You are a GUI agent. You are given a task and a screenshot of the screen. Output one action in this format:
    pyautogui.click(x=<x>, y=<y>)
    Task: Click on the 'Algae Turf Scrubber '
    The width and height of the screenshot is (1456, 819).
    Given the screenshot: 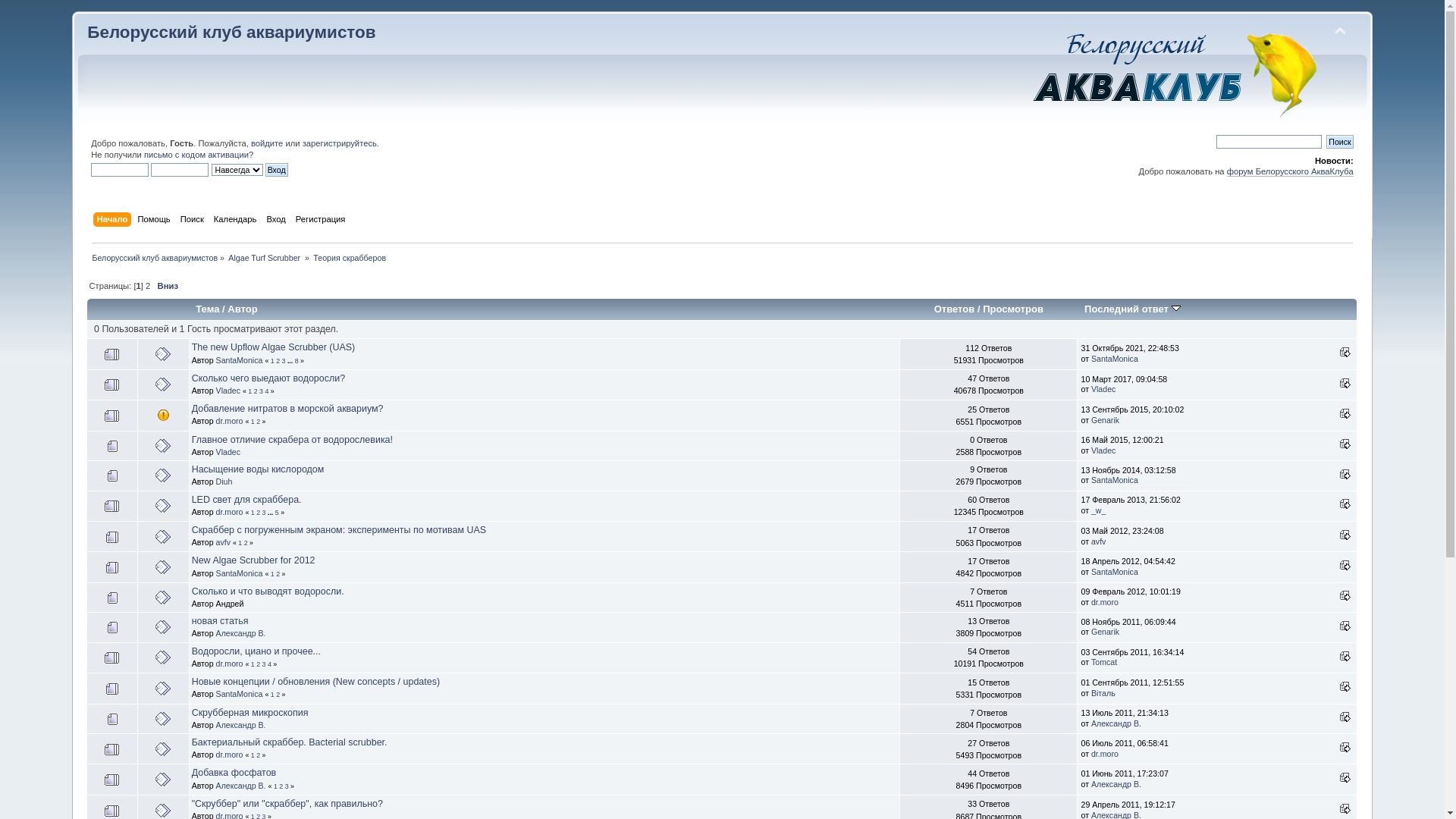 What is the action you would take?
    pyautogui.click(x=227, y=256)
    